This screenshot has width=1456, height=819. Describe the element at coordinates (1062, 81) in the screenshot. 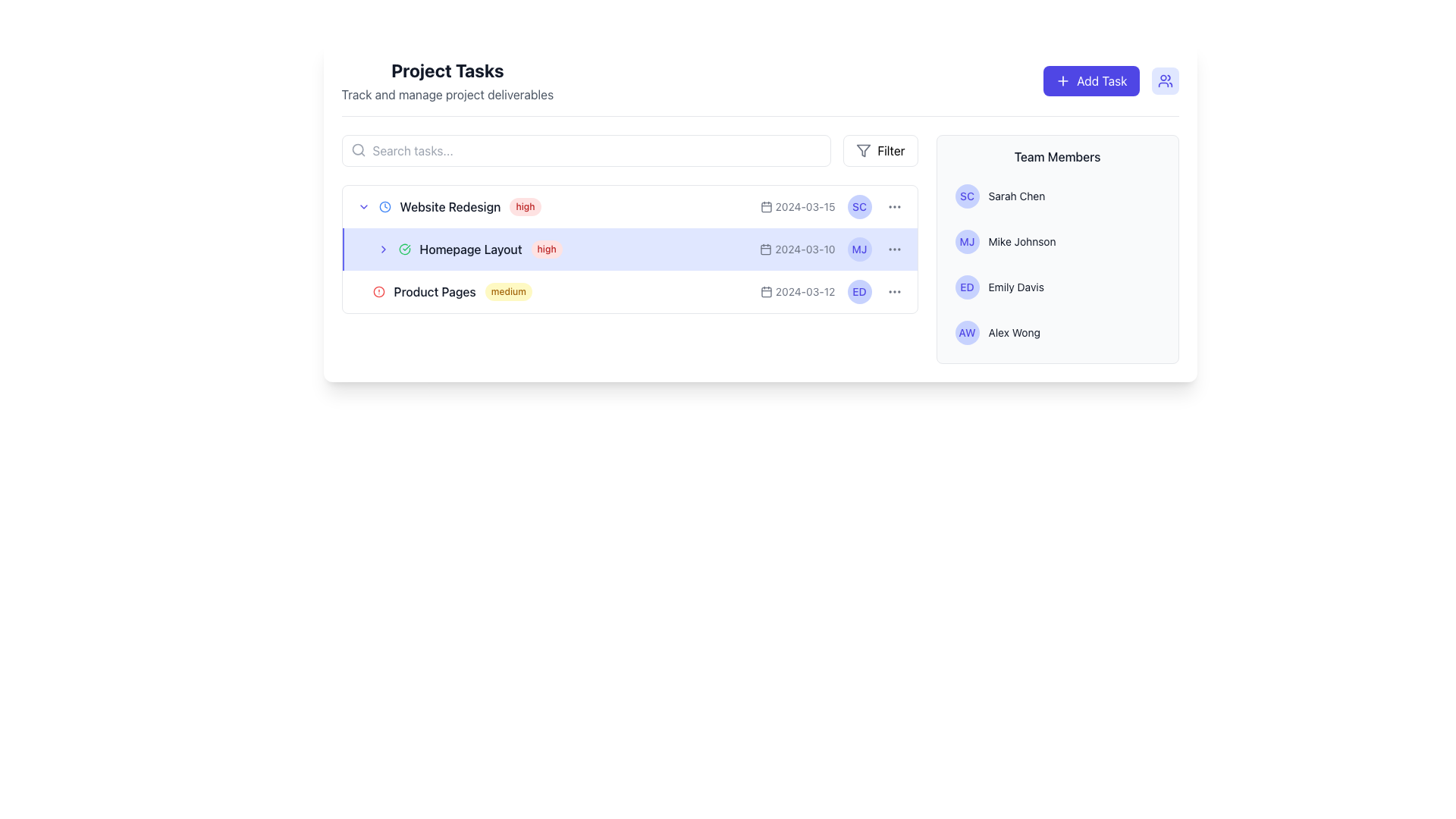

I see `the plus (+) icon that is part of the 'Add Task' button located in the top-right corner of the interface` at that location.